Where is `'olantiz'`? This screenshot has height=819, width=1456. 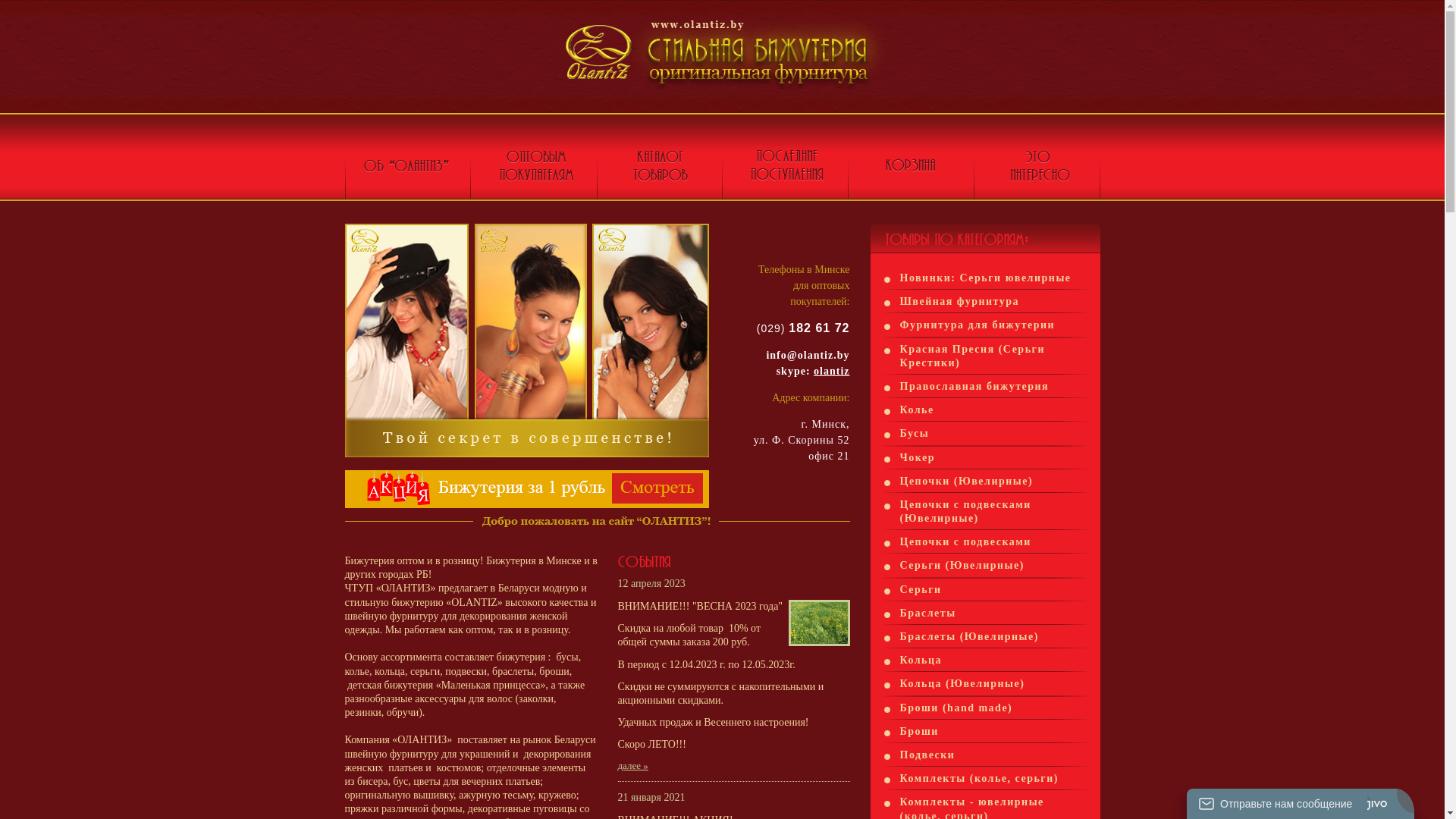 'olantiz' is located at coordinates (830, 371).